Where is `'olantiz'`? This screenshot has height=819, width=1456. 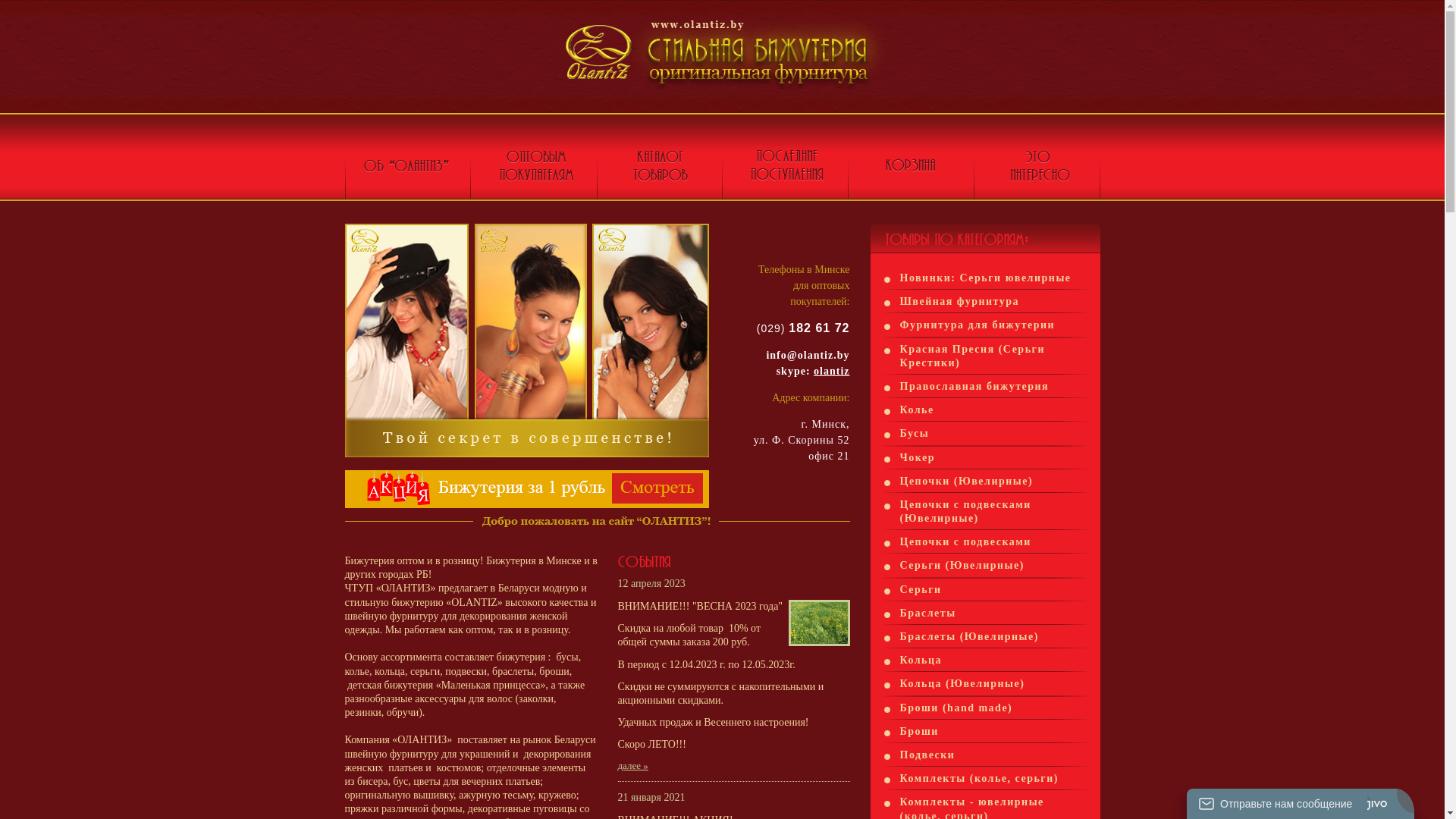 'olantiz' is located at coordinates (830, 371).